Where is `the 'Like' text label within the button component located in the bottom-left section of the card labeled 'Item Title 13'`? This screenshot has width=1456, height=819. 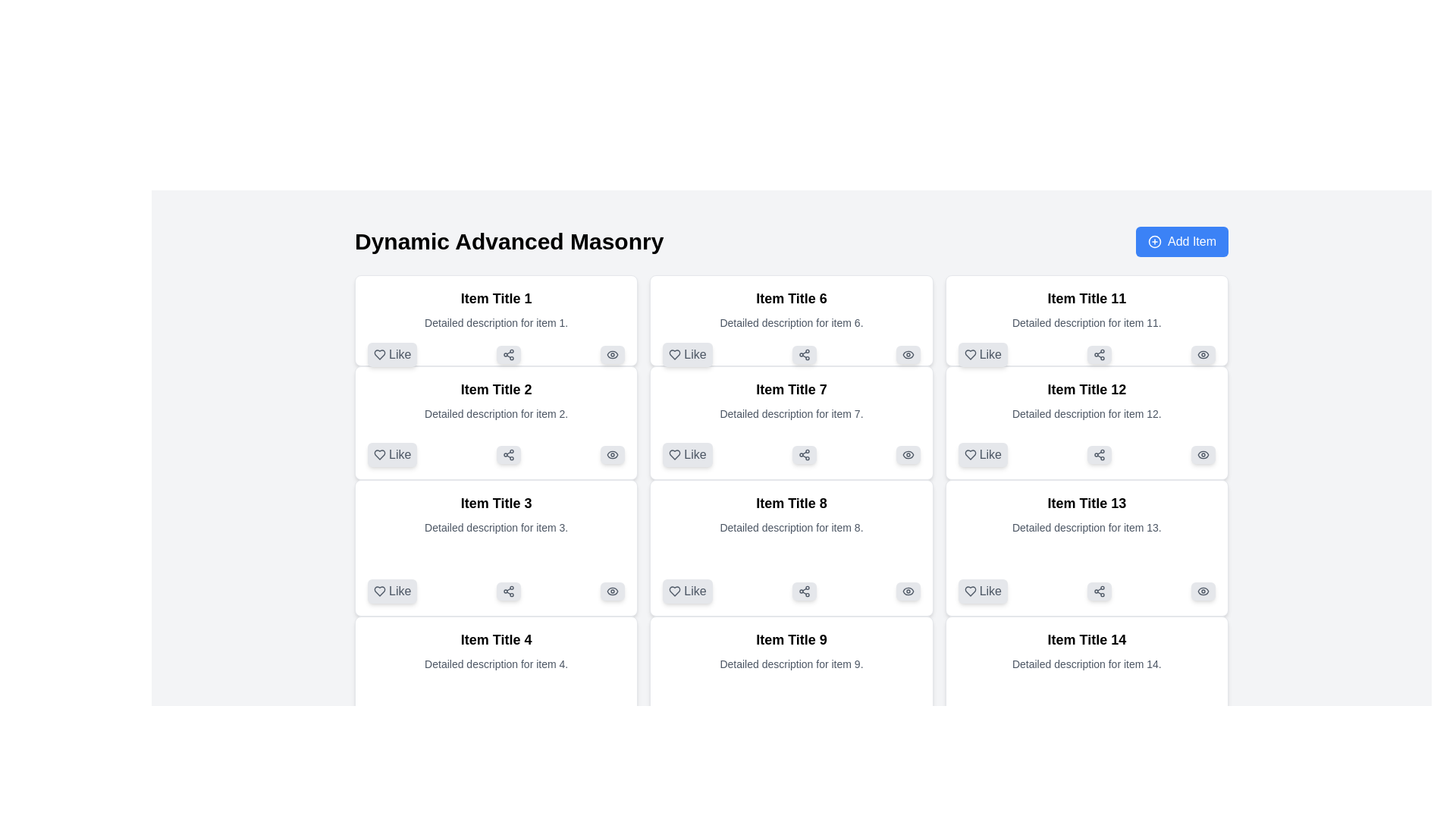 the 'Like' text label within the button component located in the bottom-left section of the card labeled 'Item Title 13' is located at coordinates (990, 590).